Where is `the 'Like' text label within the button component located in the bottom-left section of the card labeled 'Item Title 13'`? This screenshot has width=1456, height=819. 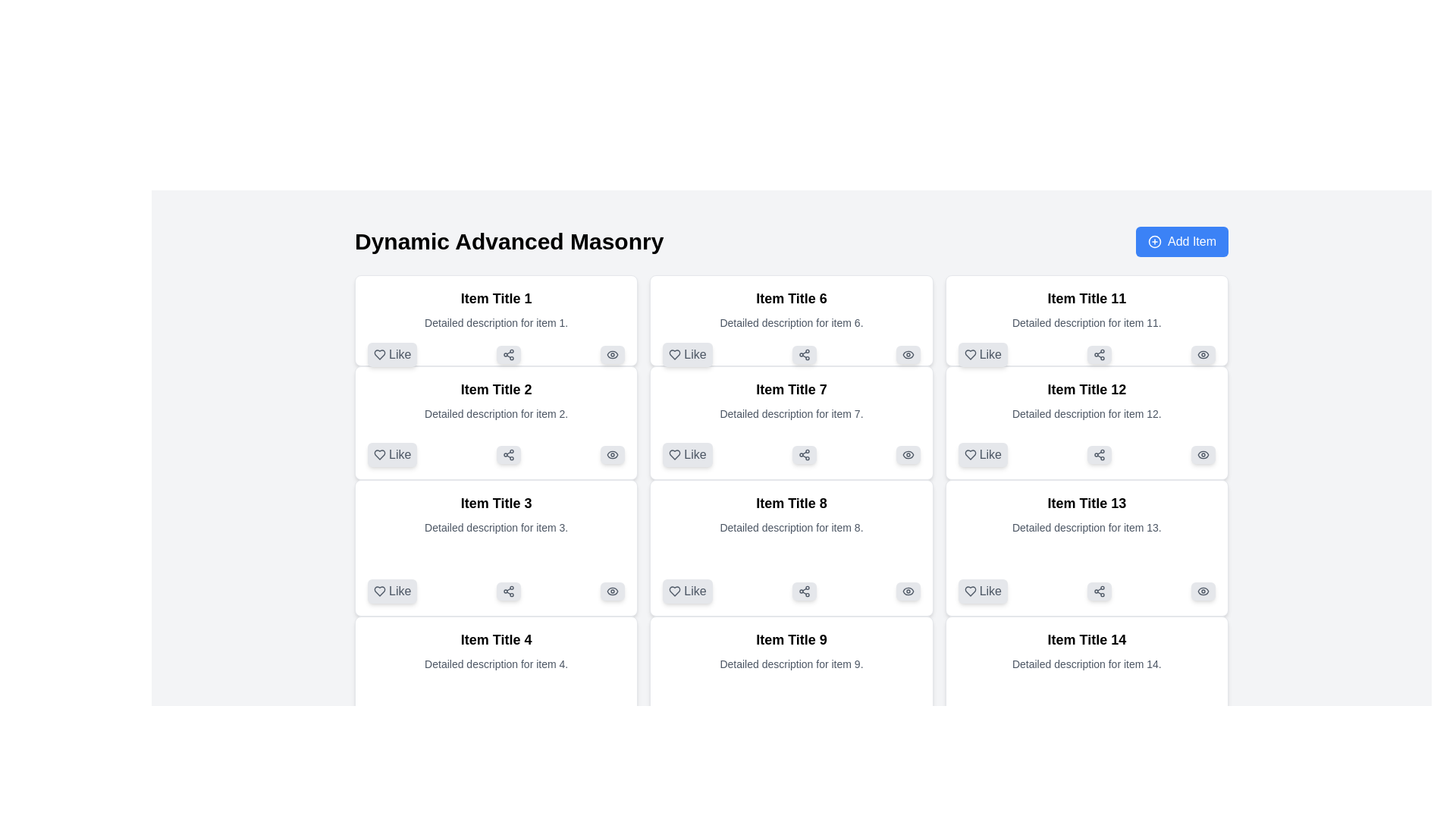 the 'Like' text label within the button component located in the bottom-left section of the card labeled 'Item Title 13' is located at coordinates (990, 590).